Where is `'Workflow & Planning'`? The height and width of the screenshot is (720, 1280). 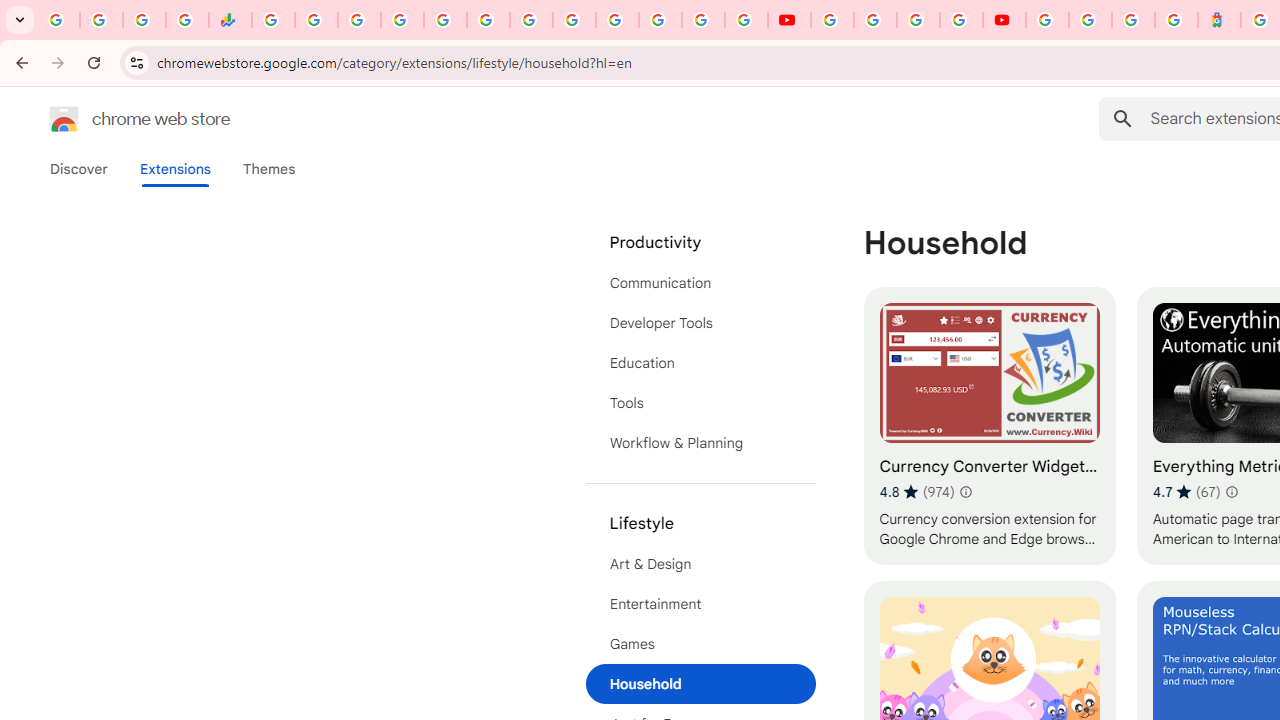 'Workflow & Planning' is located at coordinates (700, 442).